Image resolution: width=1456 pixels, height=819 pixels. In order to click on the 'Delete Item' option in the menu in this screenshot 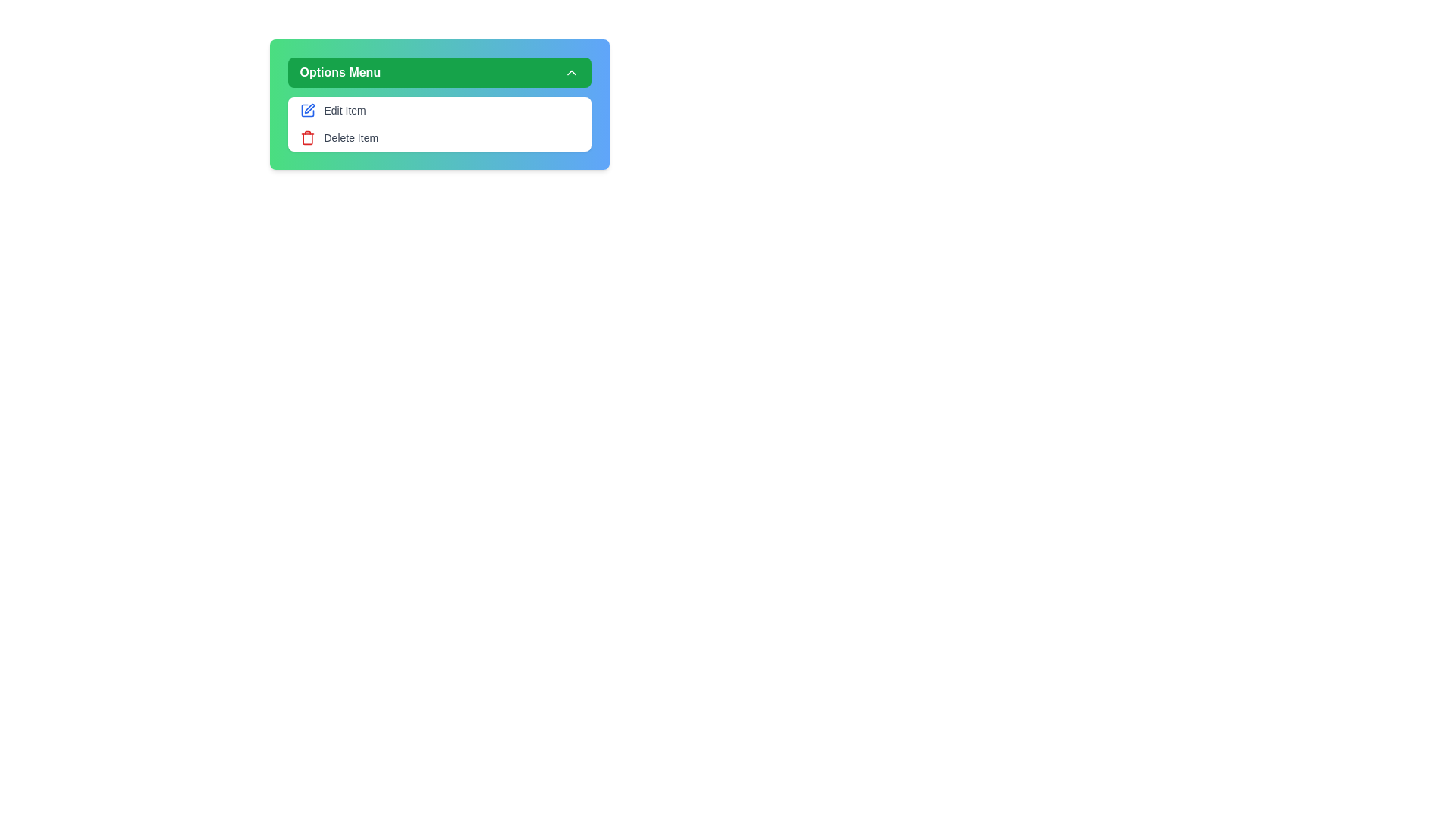, I will do `click(438, 137)`.